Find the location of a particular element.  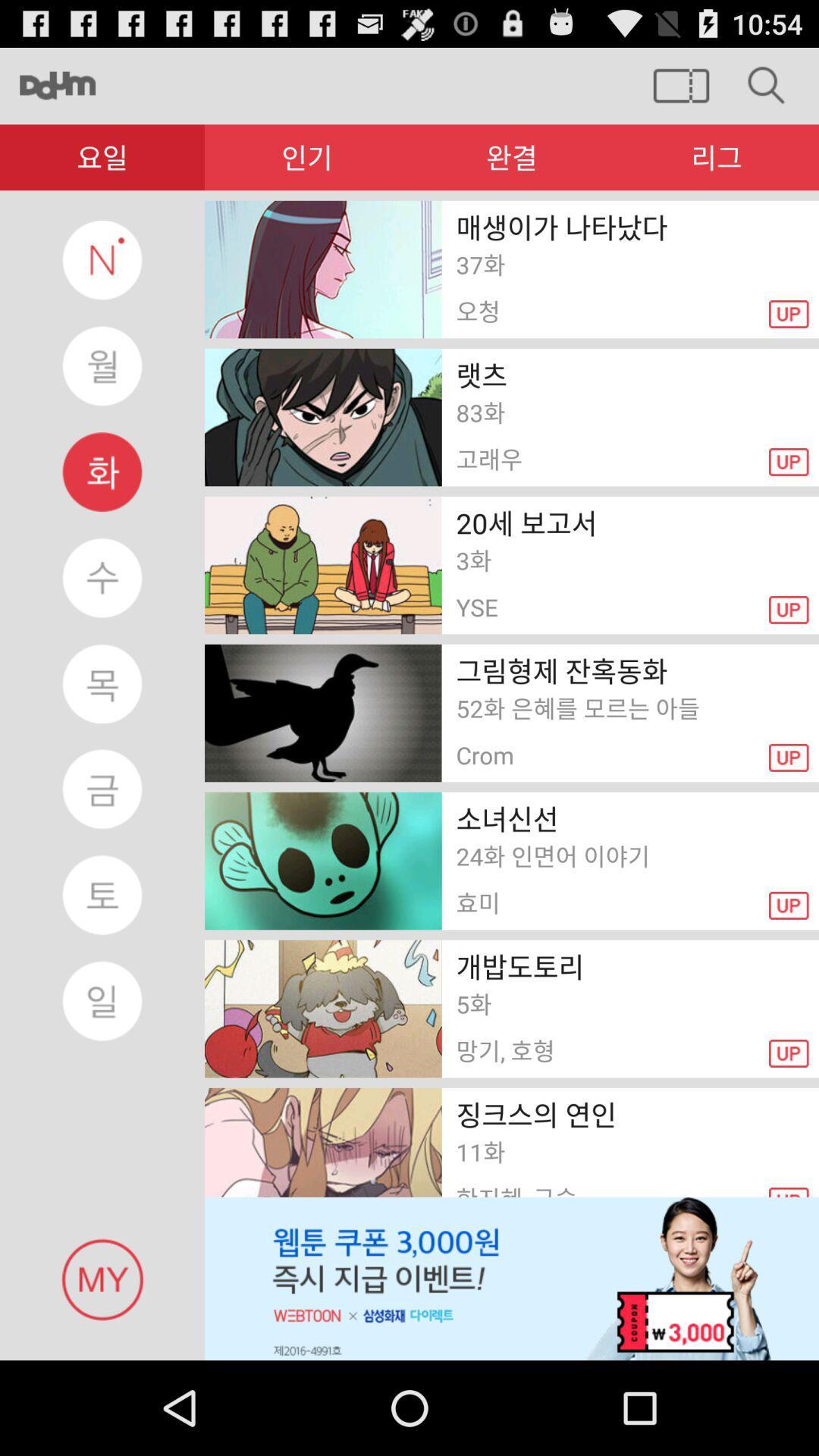

the second up button from the top is located at coordinates (792, 466).